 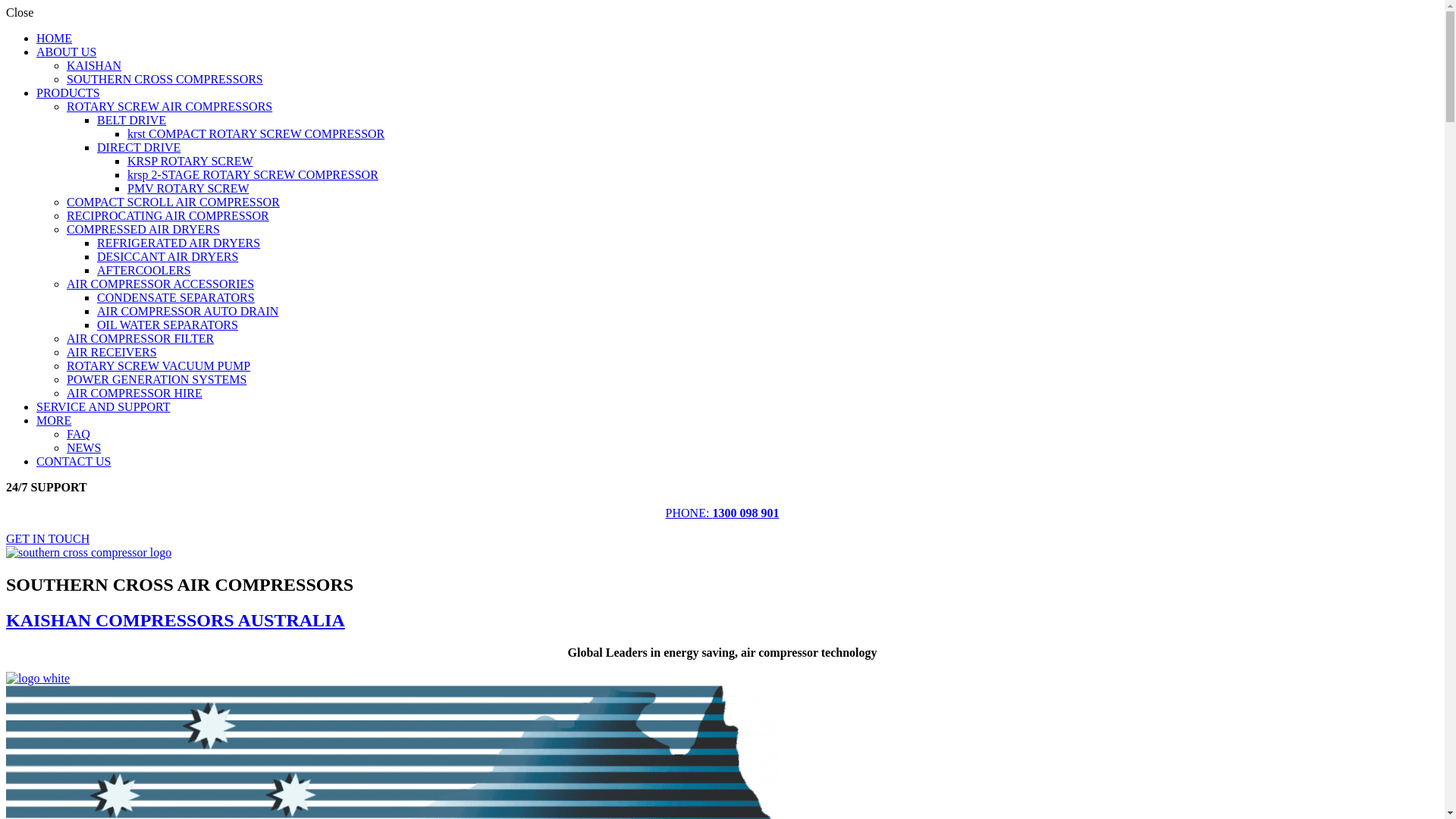 What do you see at coordinates (158, 366) in the screenshot?
I see `'ROTARY SCREW VACUUM PUMP'` at bounding box center [158, 366].